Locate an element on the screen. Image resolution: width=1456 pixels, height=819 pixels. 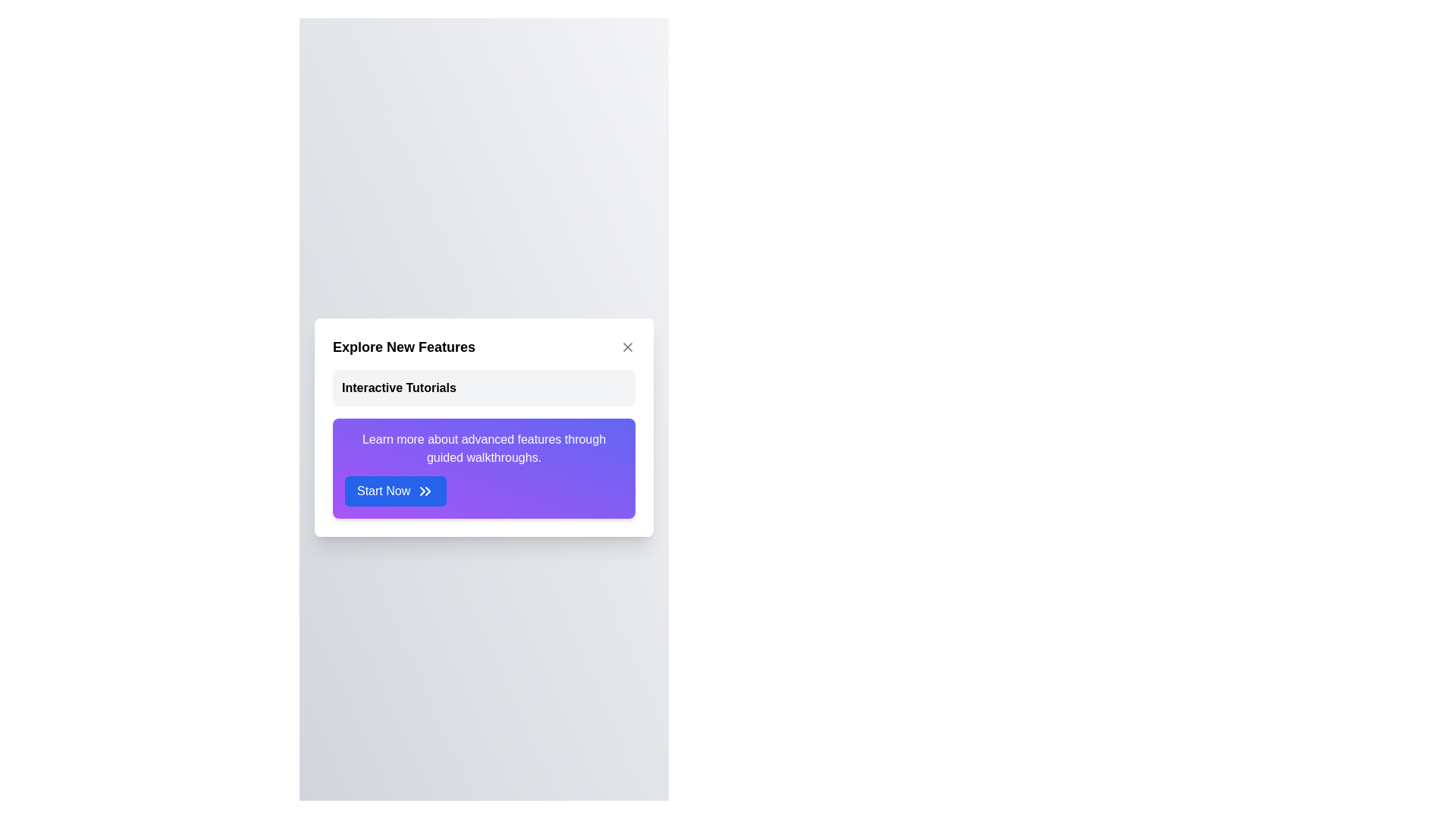
the close button located to the far-right of the headline text 'Explore New Features' in the top section of the pop-up is located at coordinates (628, 347).